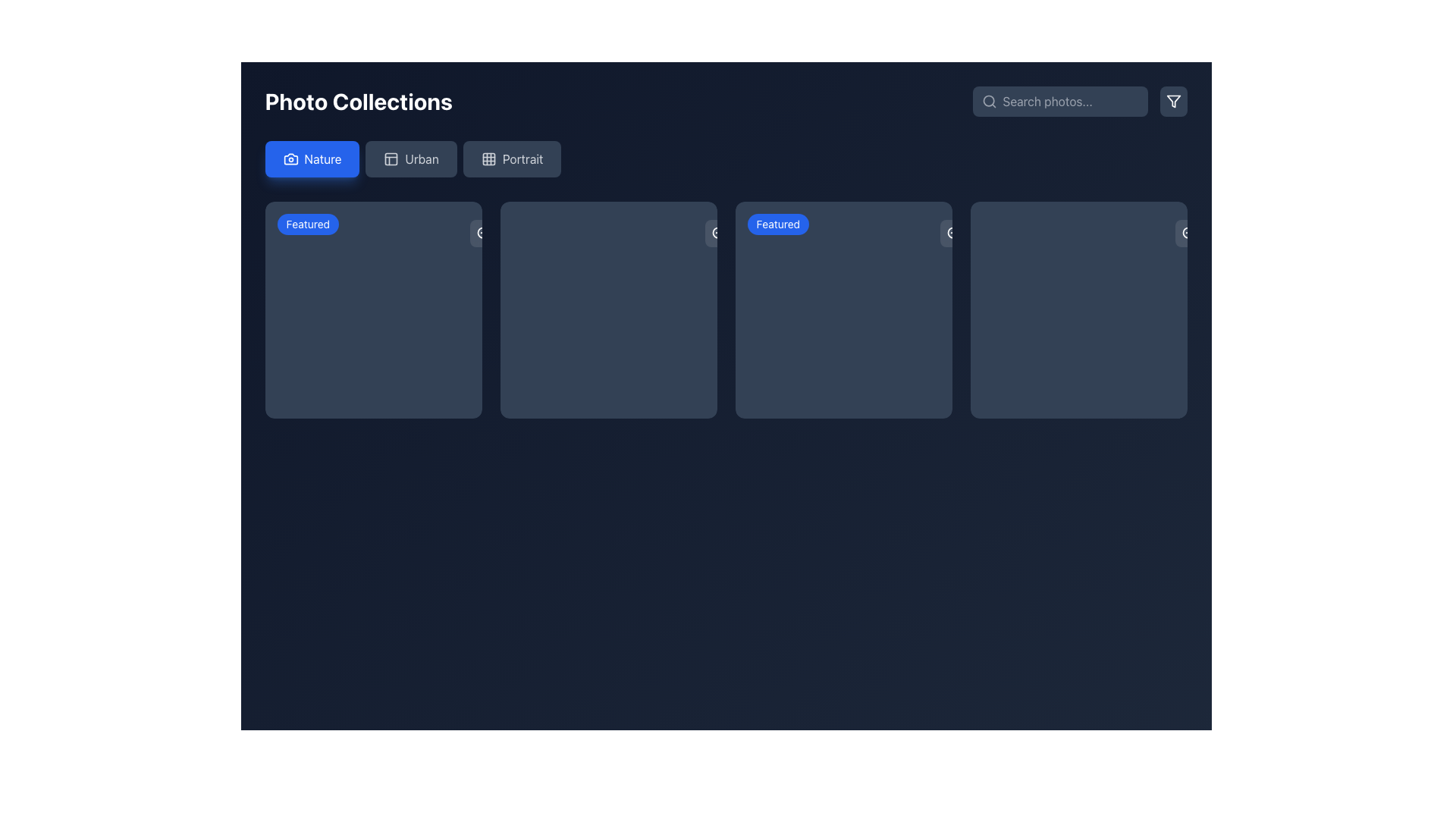 Image resolution: width=1456 pixels, height=819 pixels. What do you see at coordinates (608, 309) in the screenshot?
I see `the second card in the grid layout` at bounding box center [608, 309].